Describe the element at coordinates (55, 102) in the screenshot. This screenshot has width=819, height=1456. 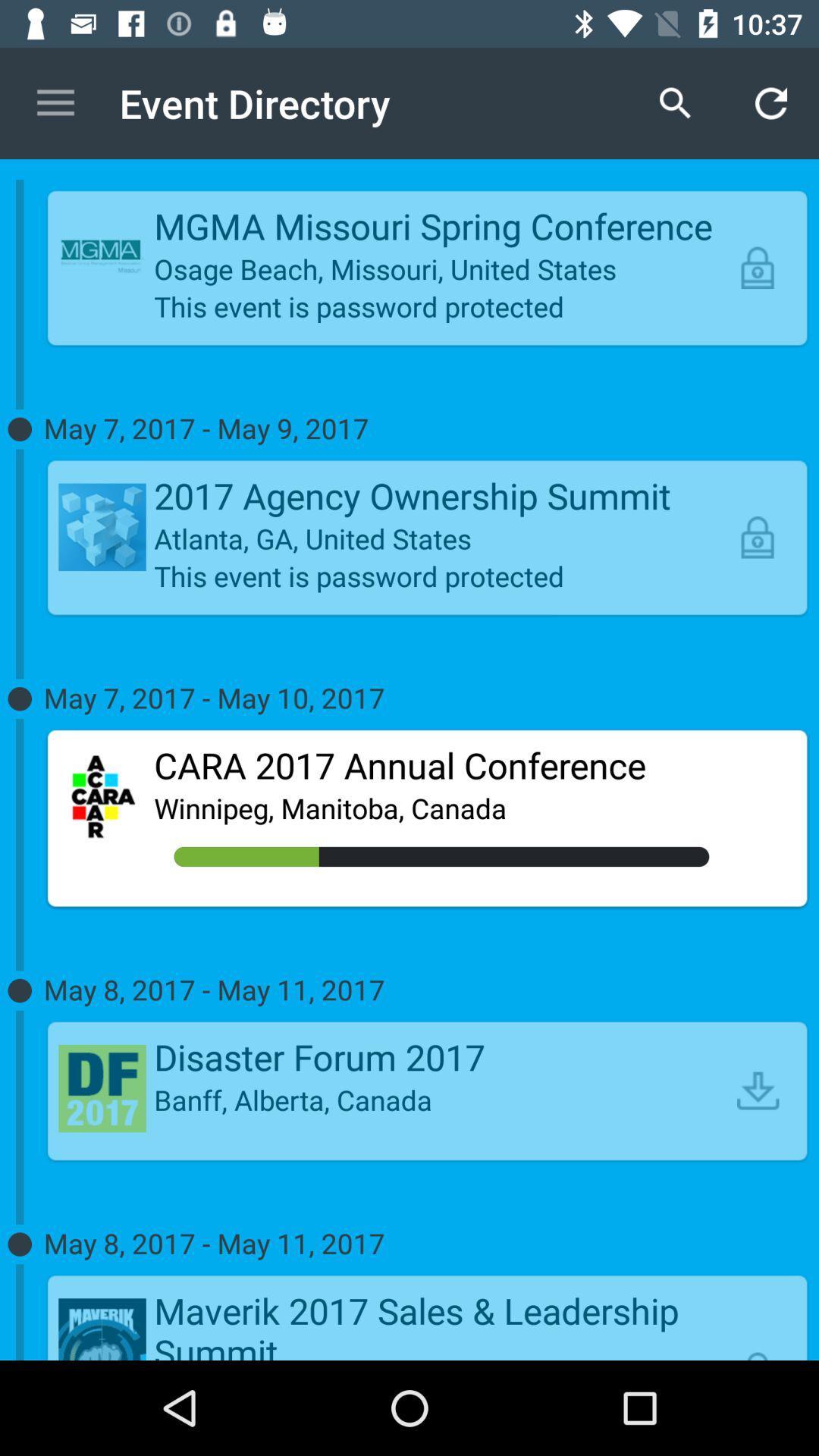
I see `item to the left of event directory item` at that location.